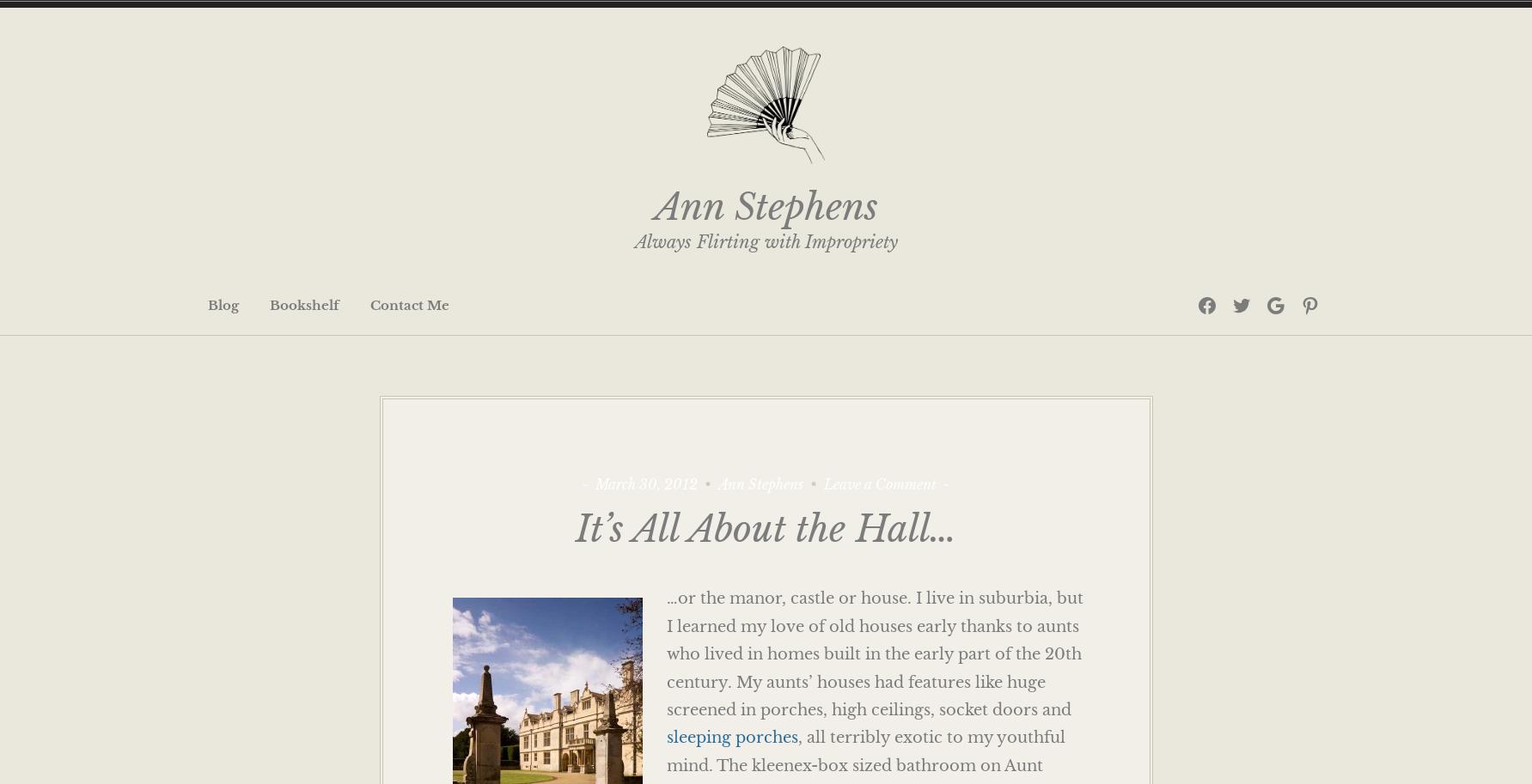 The width and height of the screenshot is (1532, 784). I want to click on 'Always Flirting with Impropriety', so click(632, 242).